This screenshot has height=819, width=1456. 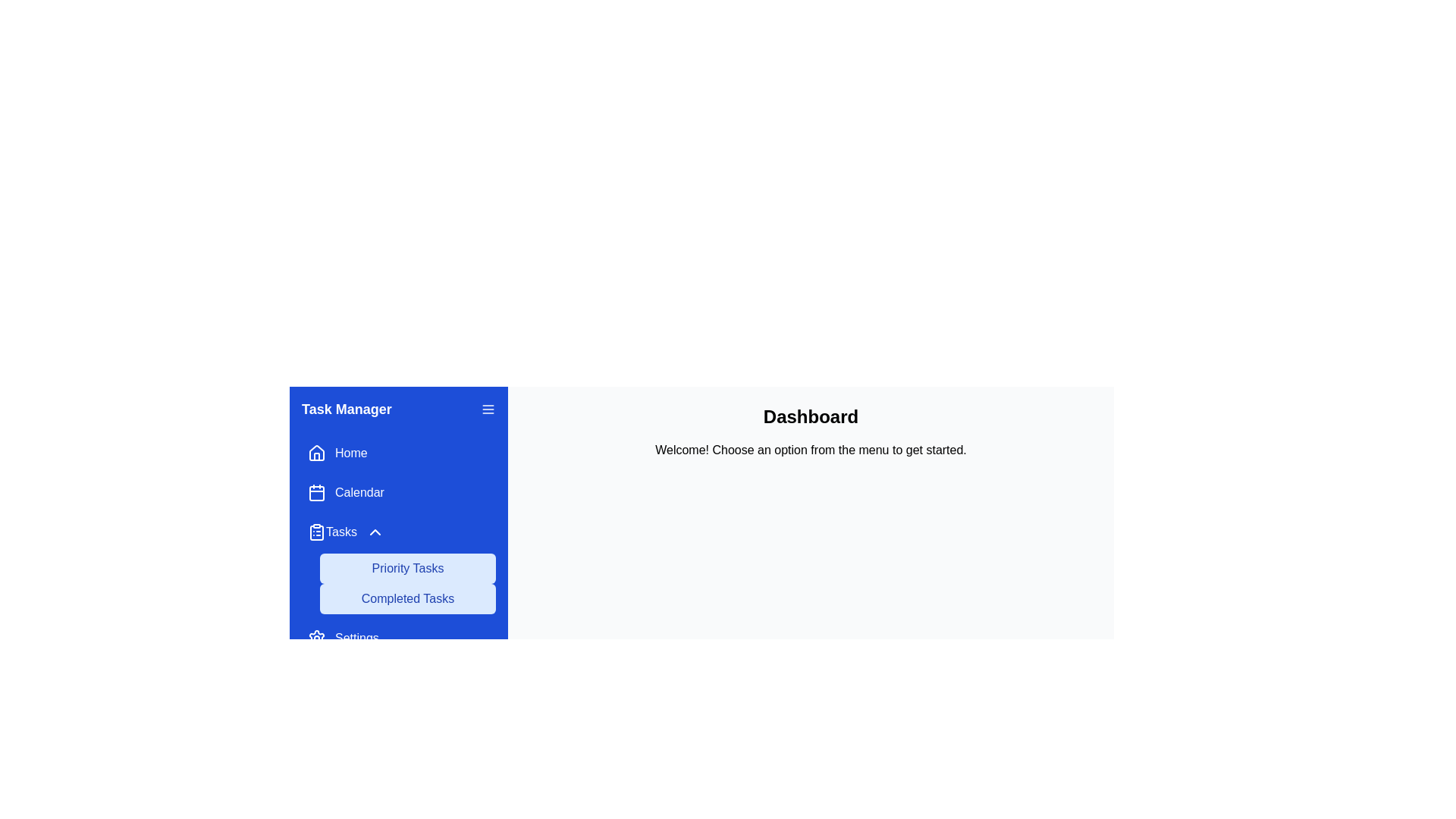 I want to click on the third menu item button that navigates to the Tasks section, so click(x=331, y=532).